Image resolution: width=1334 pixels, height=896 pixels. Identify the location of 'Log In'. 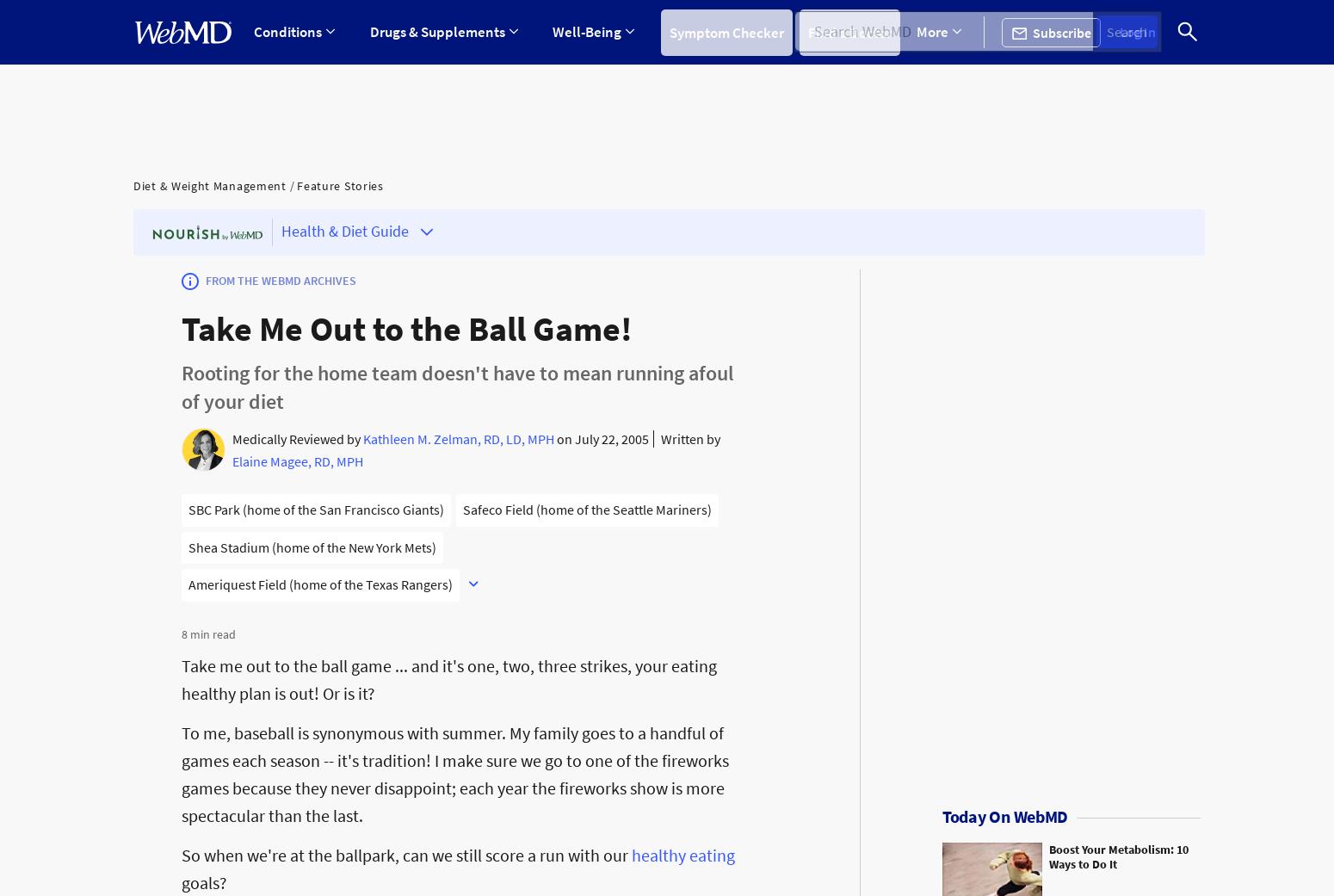
(1142, 30).